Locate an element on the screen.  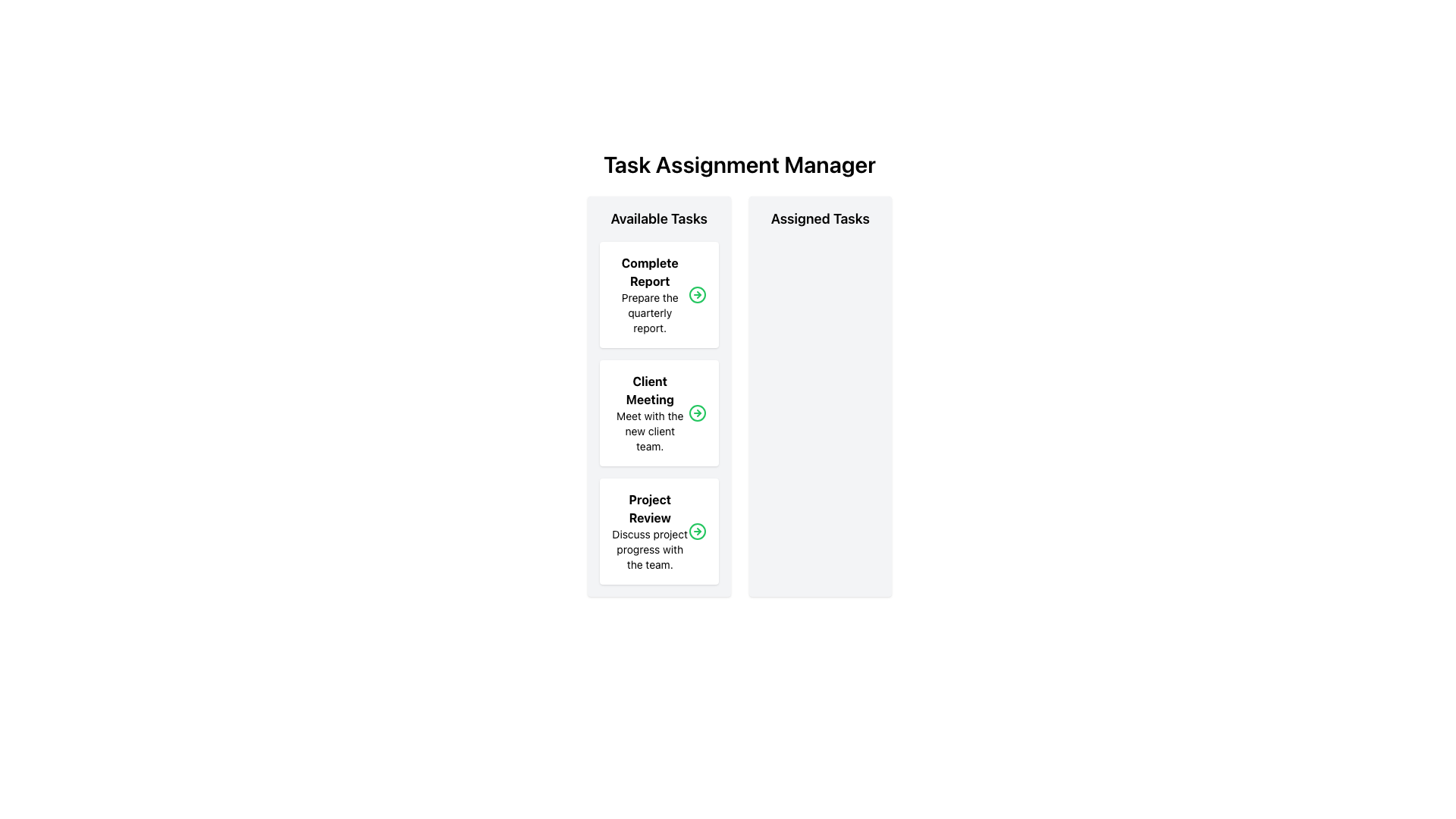
the Label text that serves as a title for the 'Available Tasks' section, positioned at the top-left corner of the section is located at coordinates (659, 219).